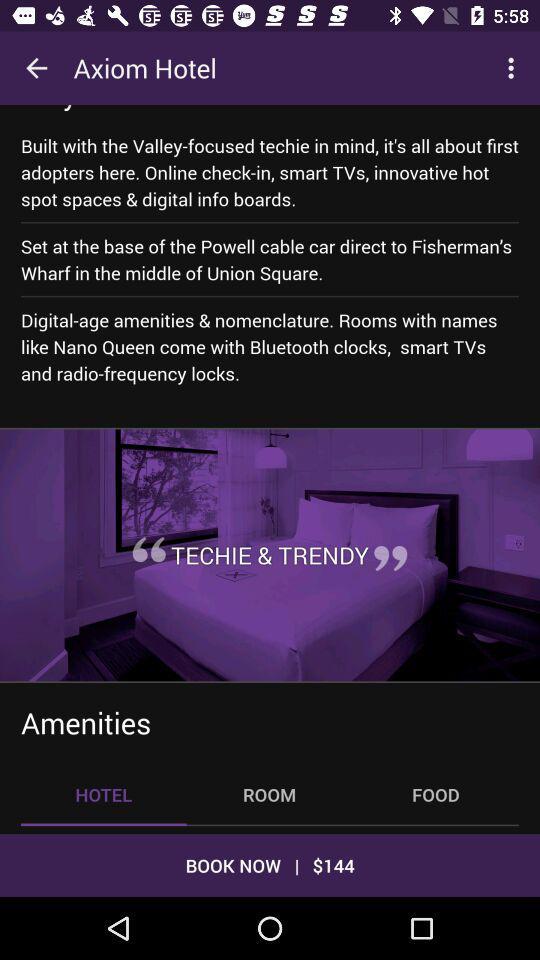 This screenshot has height=960, width=540. Describe the element at coordinates (270, 171) in the screenshot. I see `icon below why we like item` at that location.